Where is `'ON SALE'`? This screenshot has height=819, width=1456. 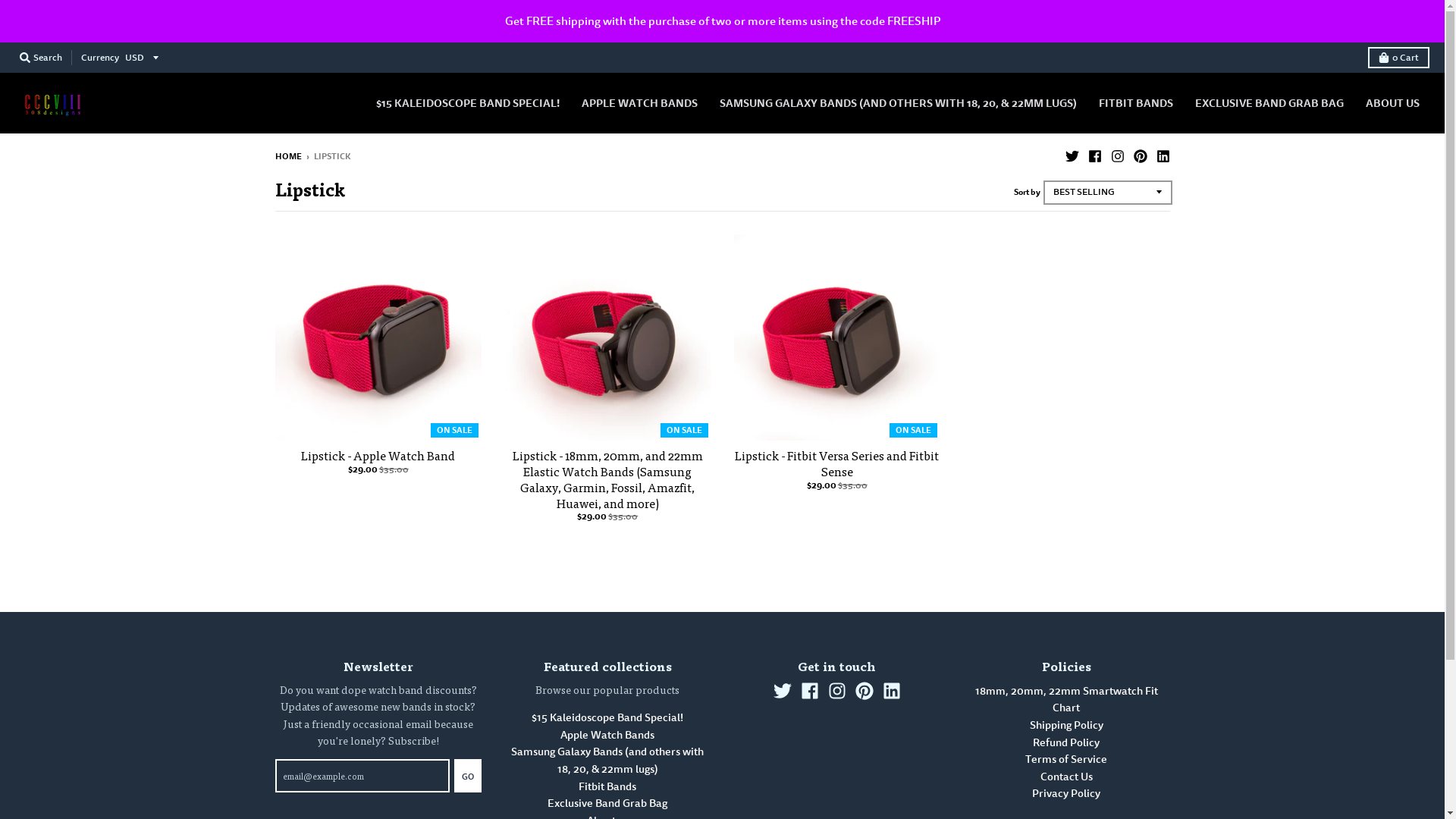 'ON SALE' is located at coordinates (836, 337).